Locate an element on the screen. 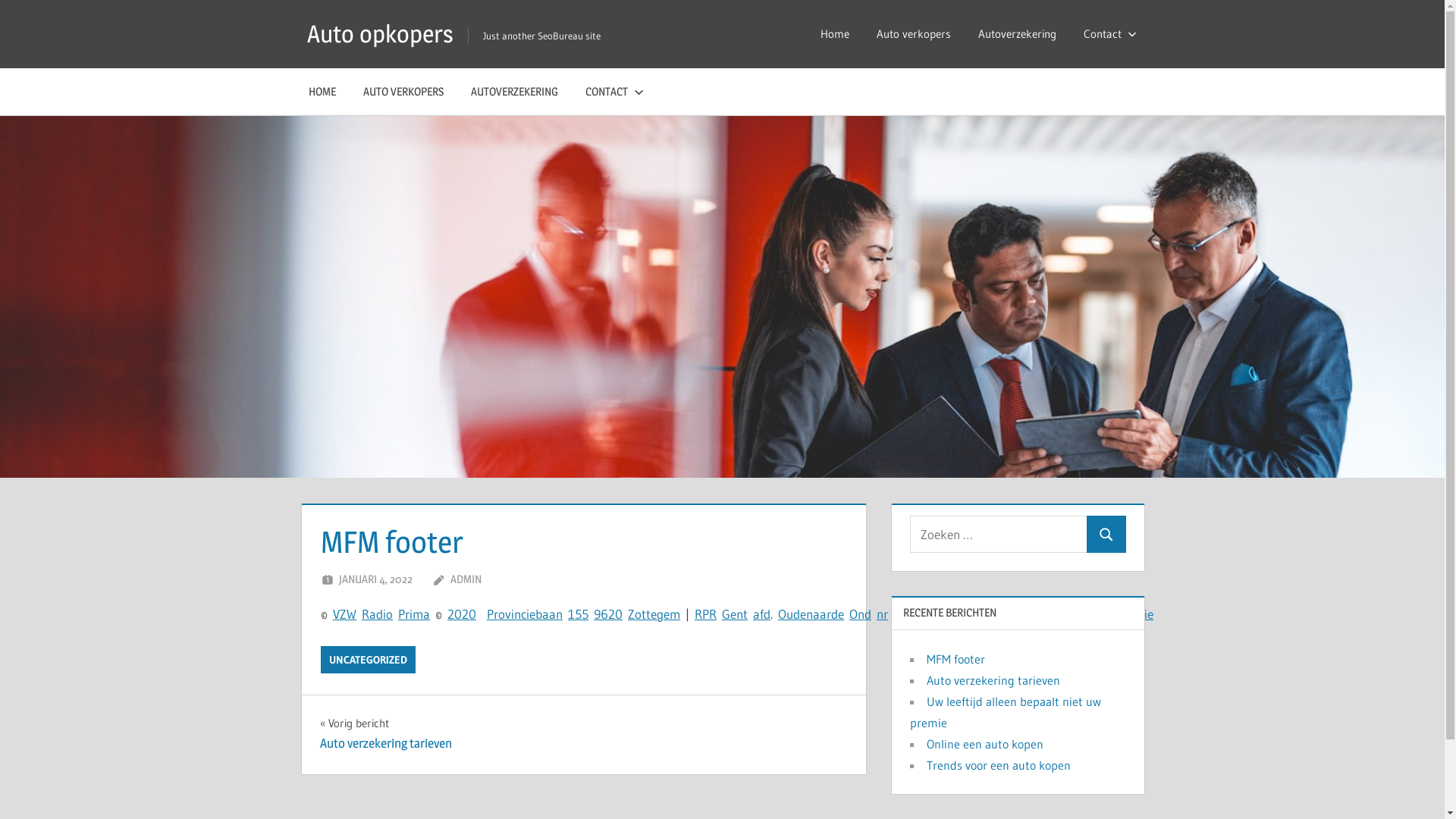 The image size is (1456, 819). 'd' is located at coordinates (833, 613).